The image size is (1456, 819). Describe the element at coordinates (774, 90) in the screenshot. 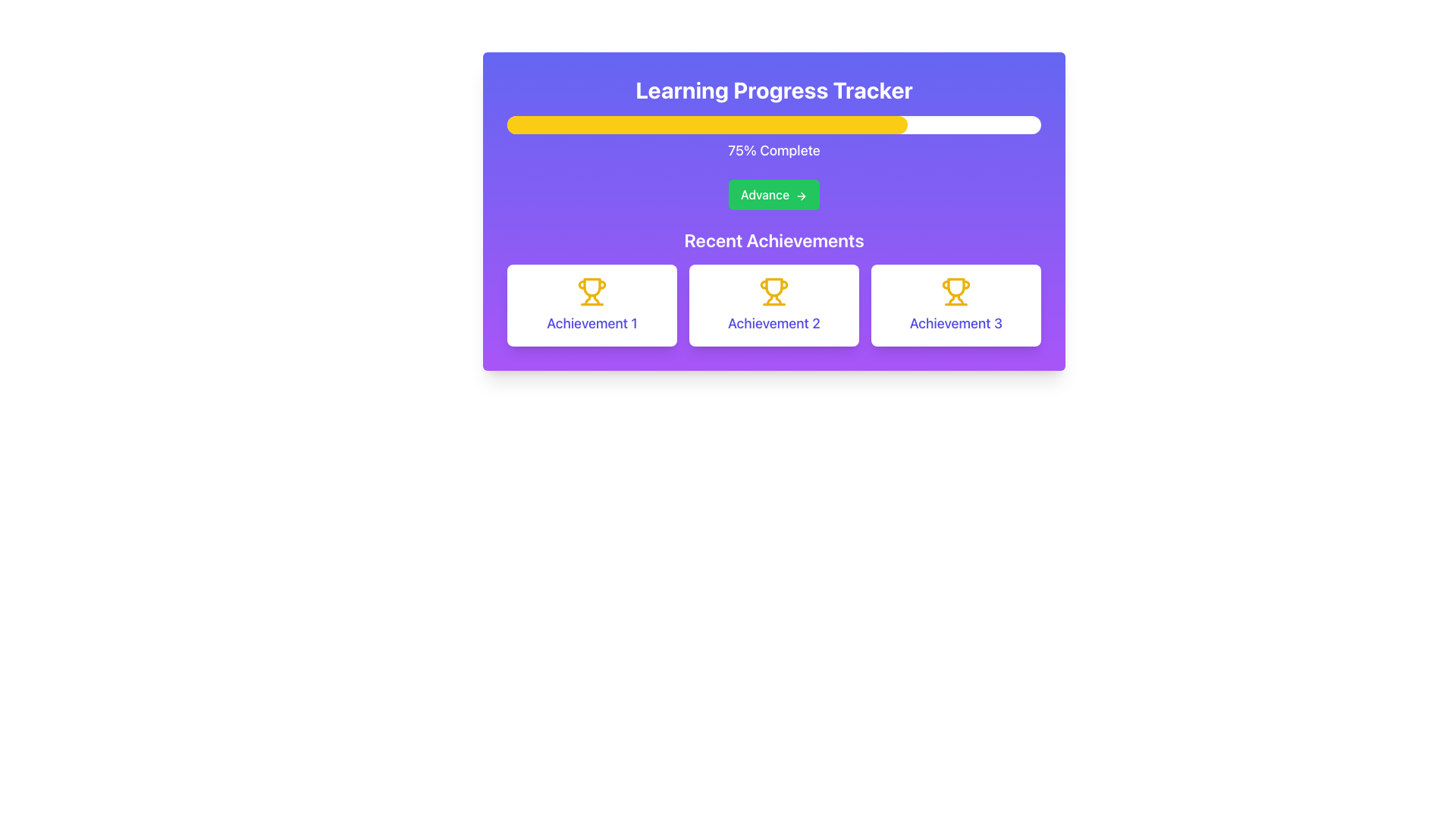

I see `the text header that reads 'Learning Progress Tracker', which is prominently styled in bold white typography against a vibrant purple gradient background` at that location.